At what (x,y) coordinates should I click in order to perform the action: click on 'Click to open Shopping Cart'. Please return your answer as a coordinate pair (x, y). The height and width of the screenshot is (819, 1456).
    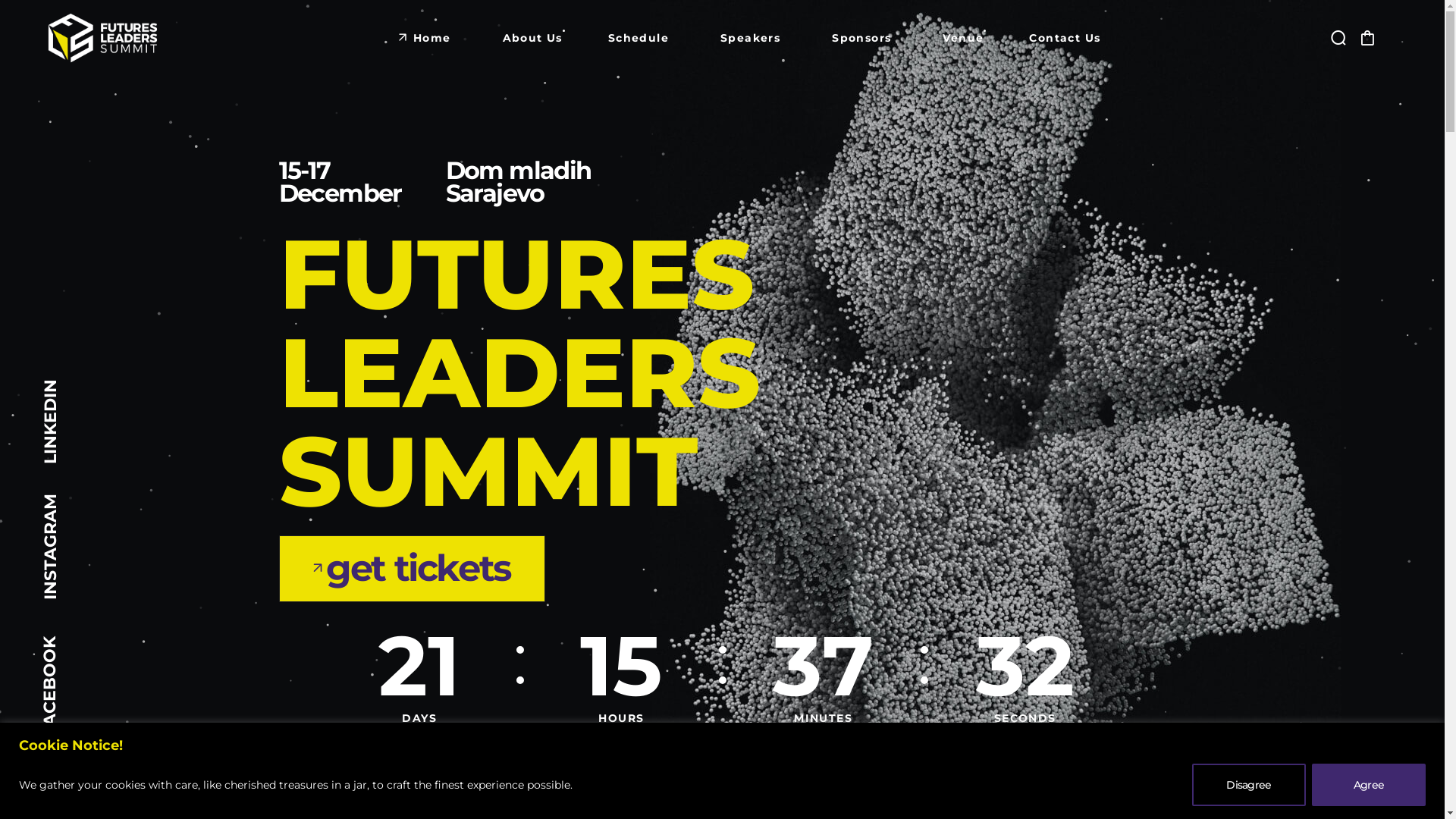
    Looking at the image, I should click on (1367, 37).